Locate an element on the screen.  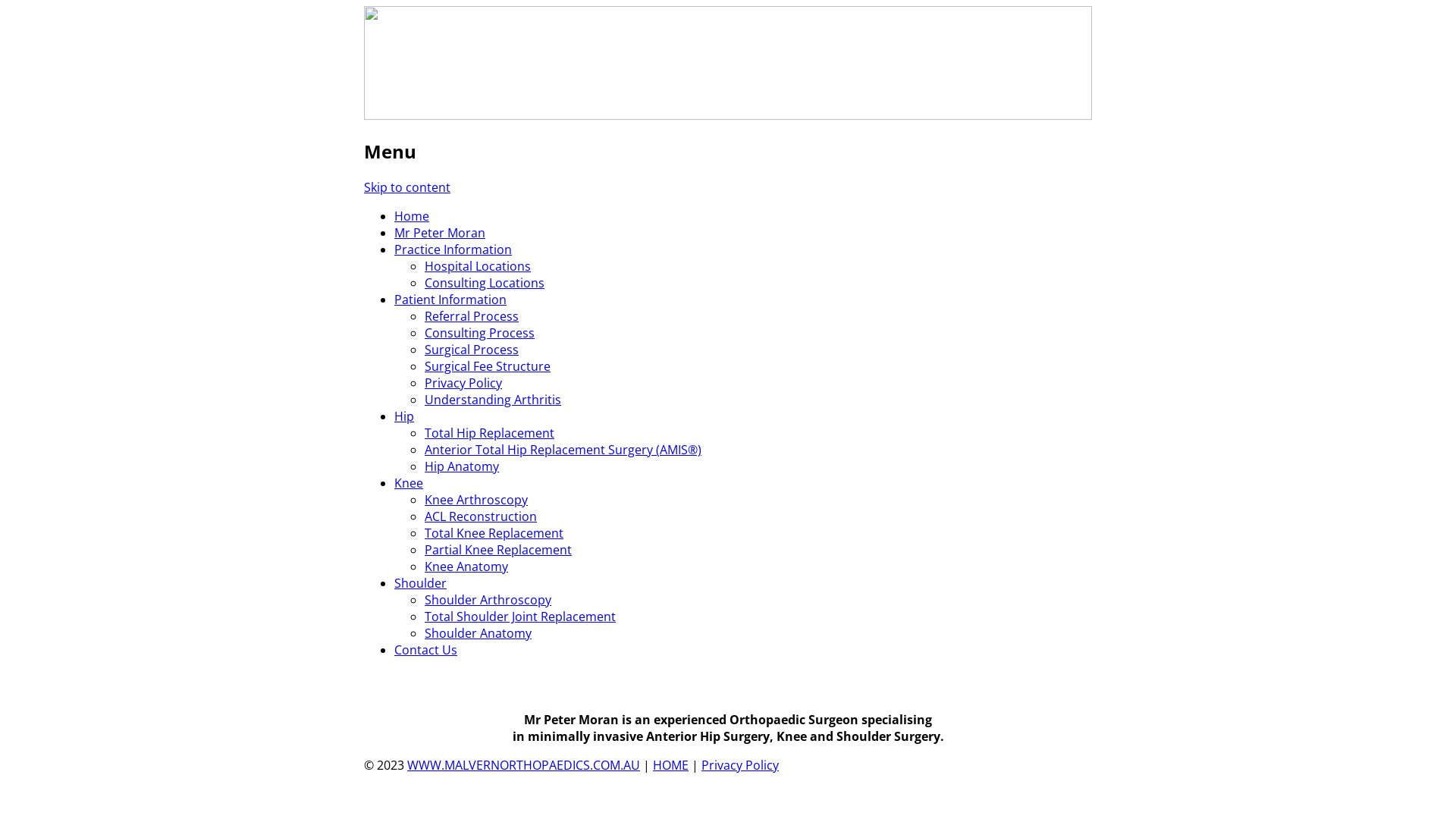
'Total Shoulder Joint Replacement' is located at coordinates (520, 617).